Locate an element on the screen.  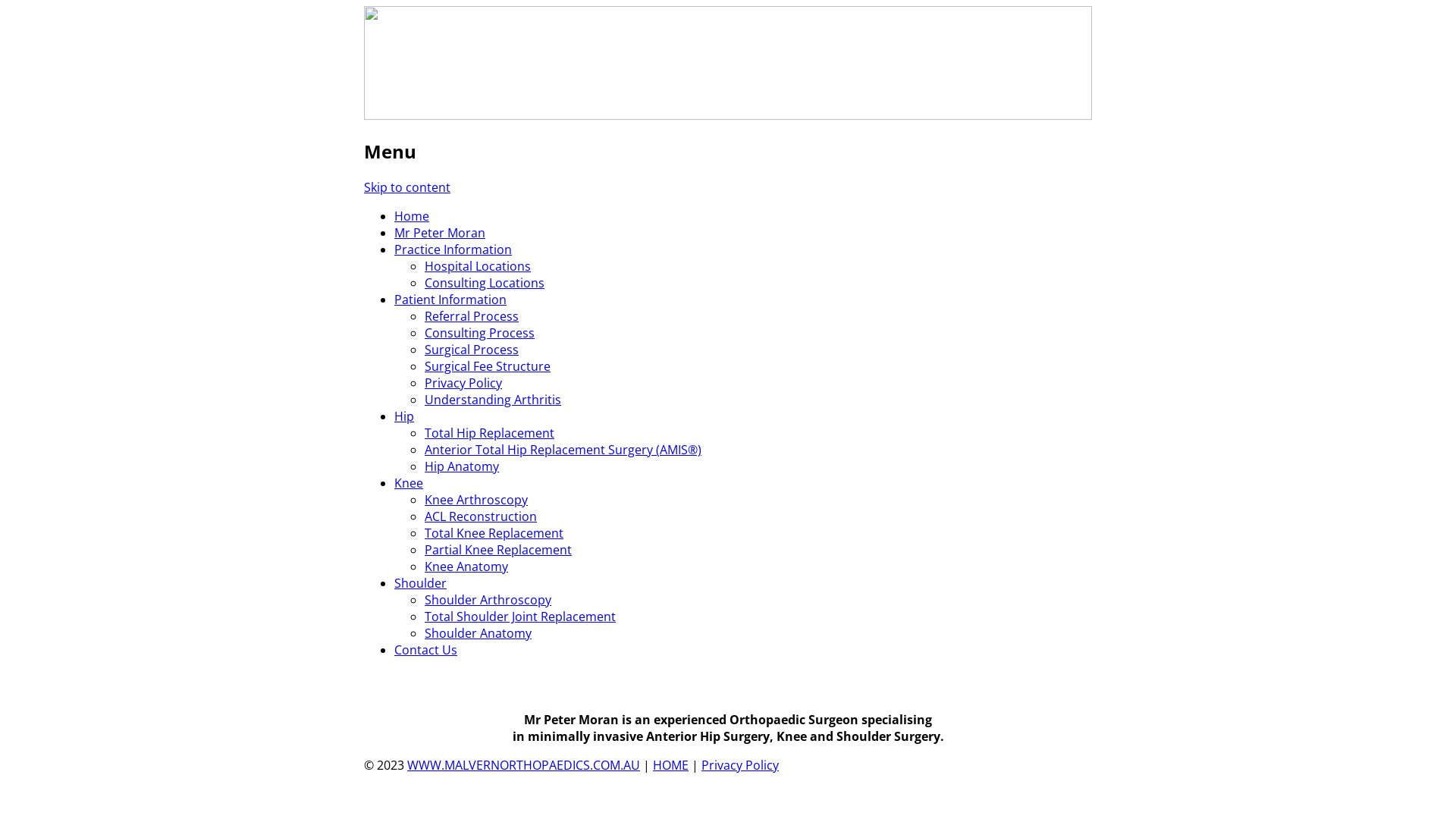
'Total Shoulder Joint Replacement' is located at coordinates (520, 617).